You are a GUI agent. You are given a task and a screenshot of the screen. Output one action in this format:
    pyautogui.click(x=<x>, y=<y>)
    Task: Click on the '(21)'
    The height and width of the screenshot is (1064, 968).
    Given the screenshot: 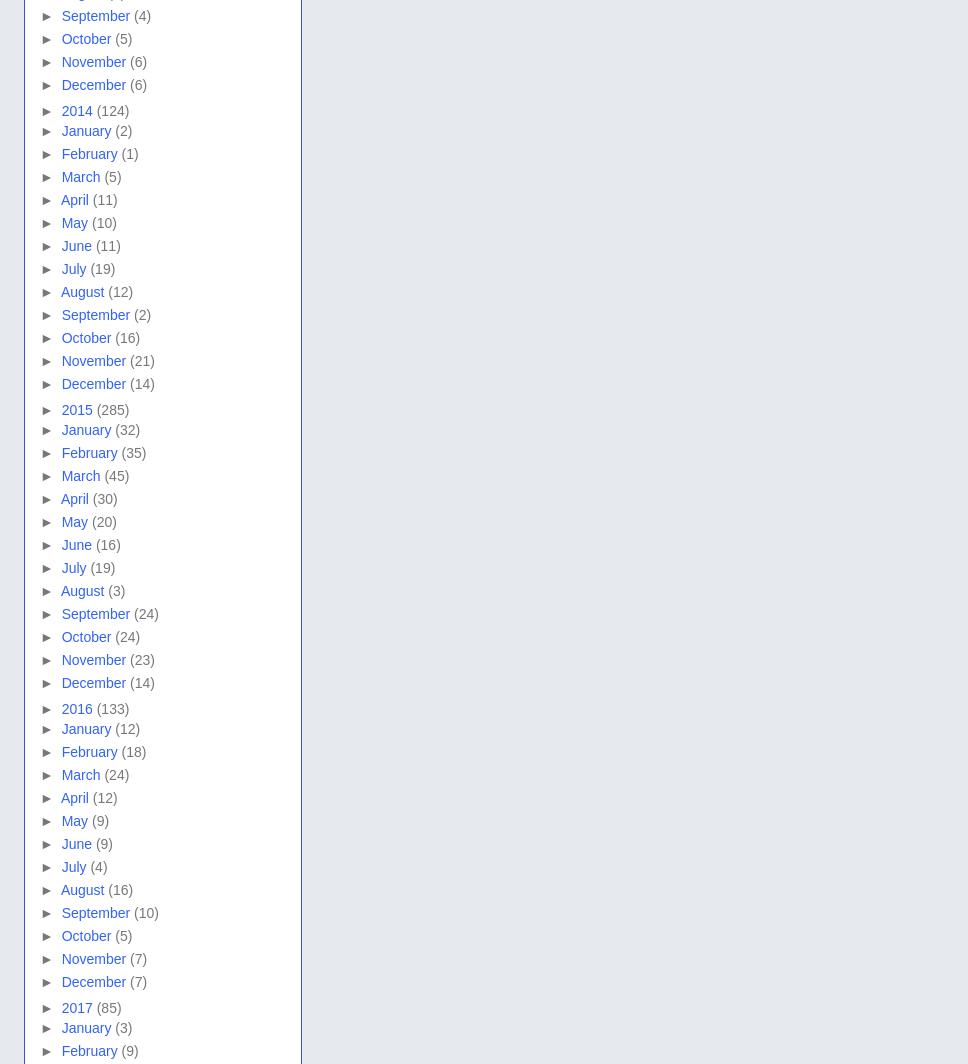 What is the action you would take?
    pyautogui.click(x=141, y=359)
    